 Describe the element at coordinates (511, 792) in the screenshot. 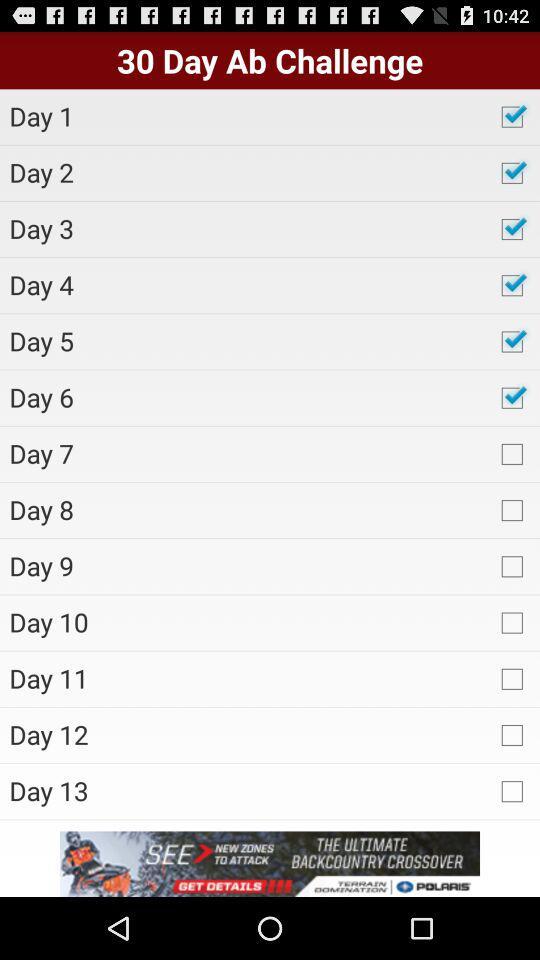

I see `the check box which is after day 13` at that location.